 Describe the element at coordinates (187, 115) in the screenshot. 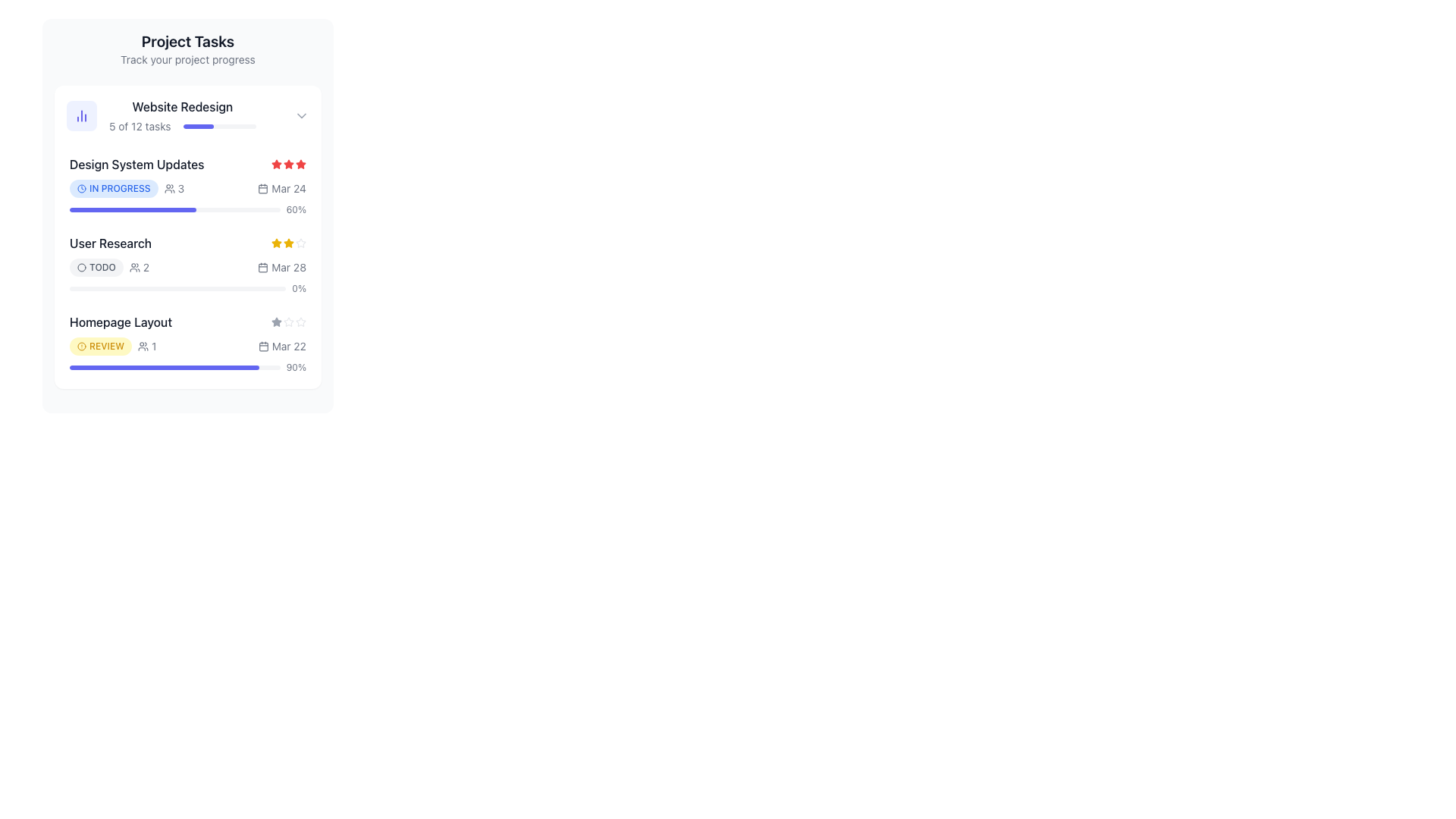

I see `the Task summary component for 'Website Redesign'` at that location.